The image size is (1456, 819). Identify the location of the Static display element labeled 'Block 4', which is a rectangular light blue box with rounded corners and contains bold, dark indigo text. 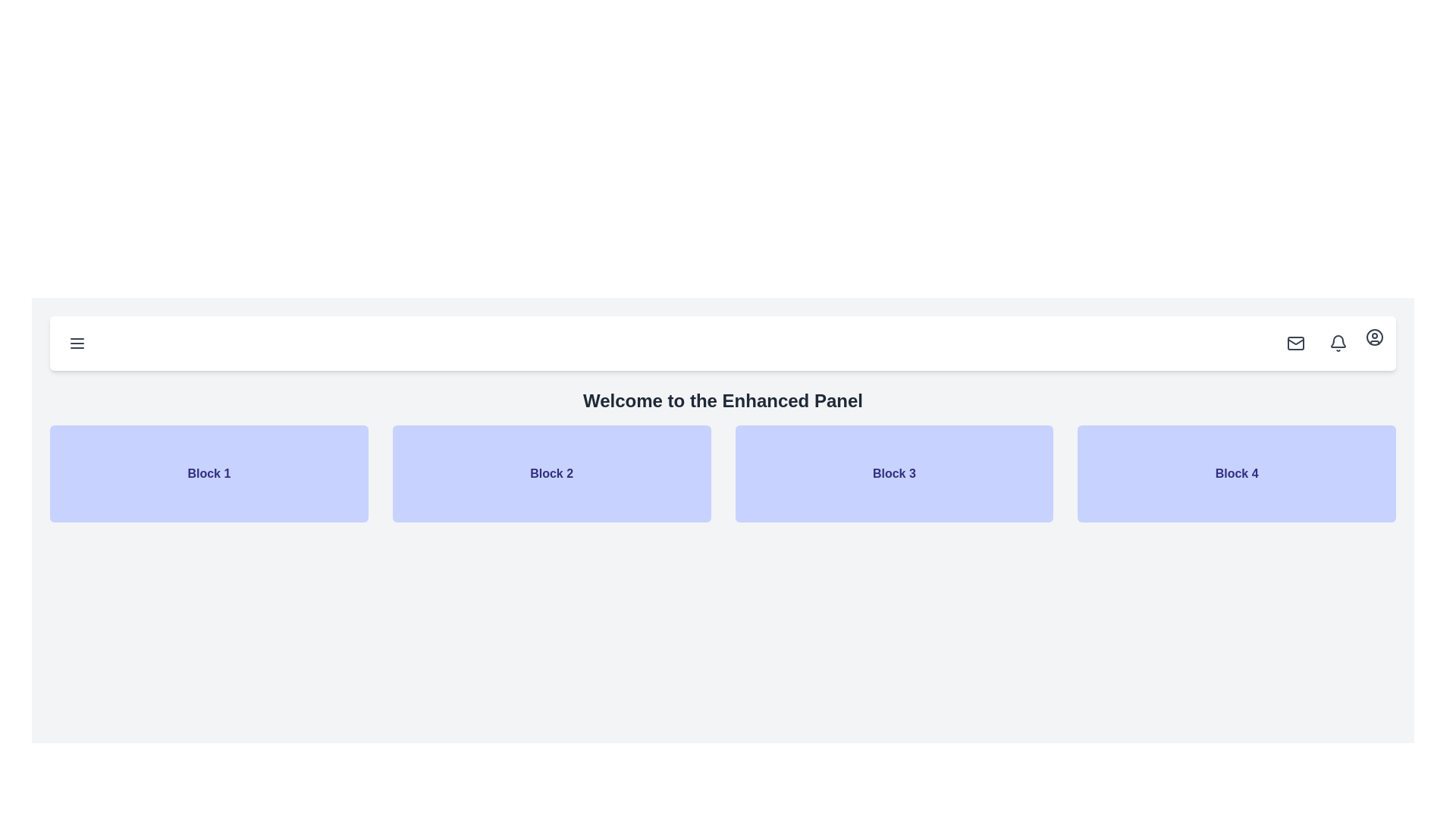
(1237, 472).